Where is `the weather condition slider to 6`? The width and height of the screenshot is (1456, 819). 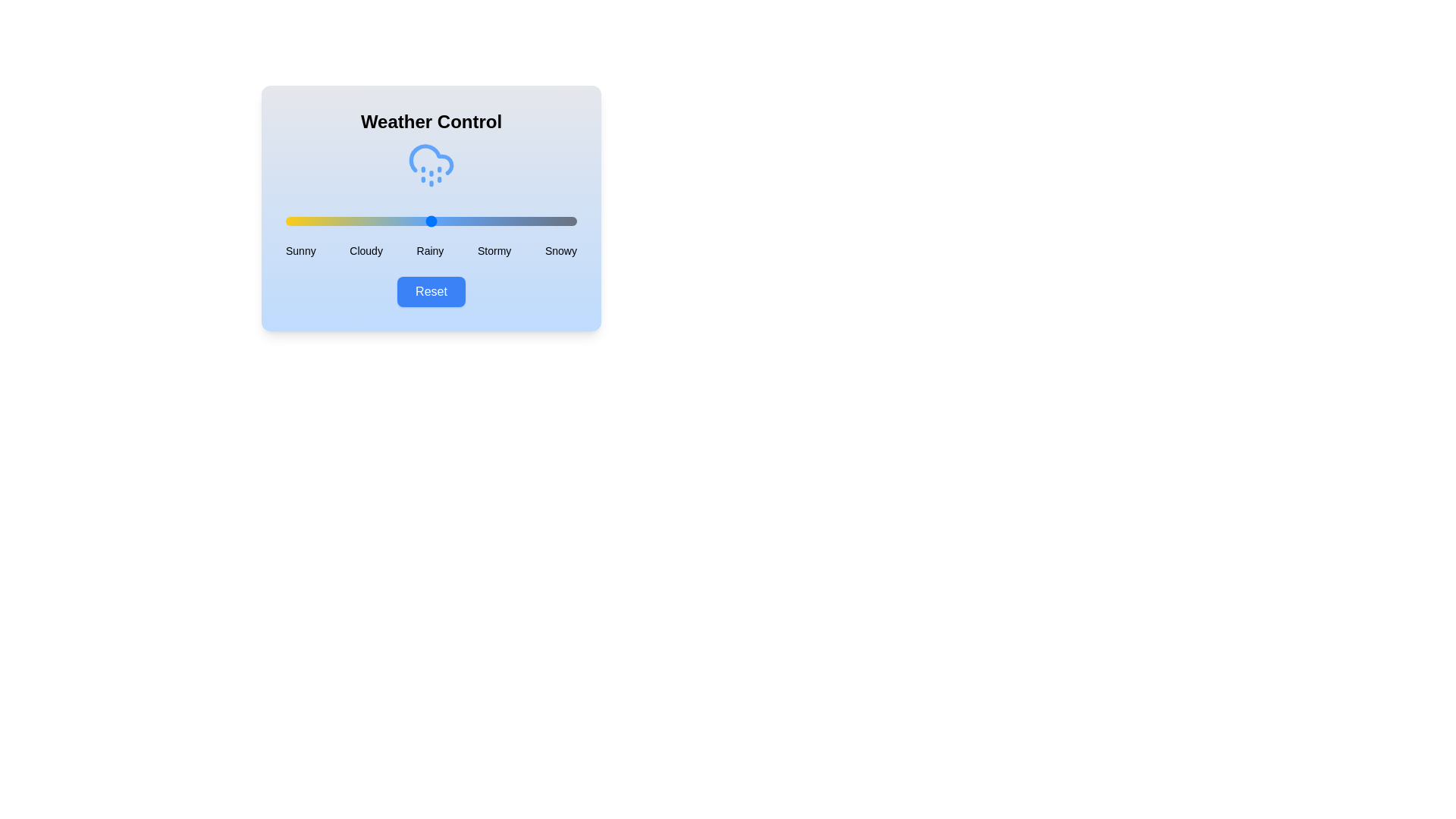 the weather condition slider to 6 is located at coordinates (303, 221).